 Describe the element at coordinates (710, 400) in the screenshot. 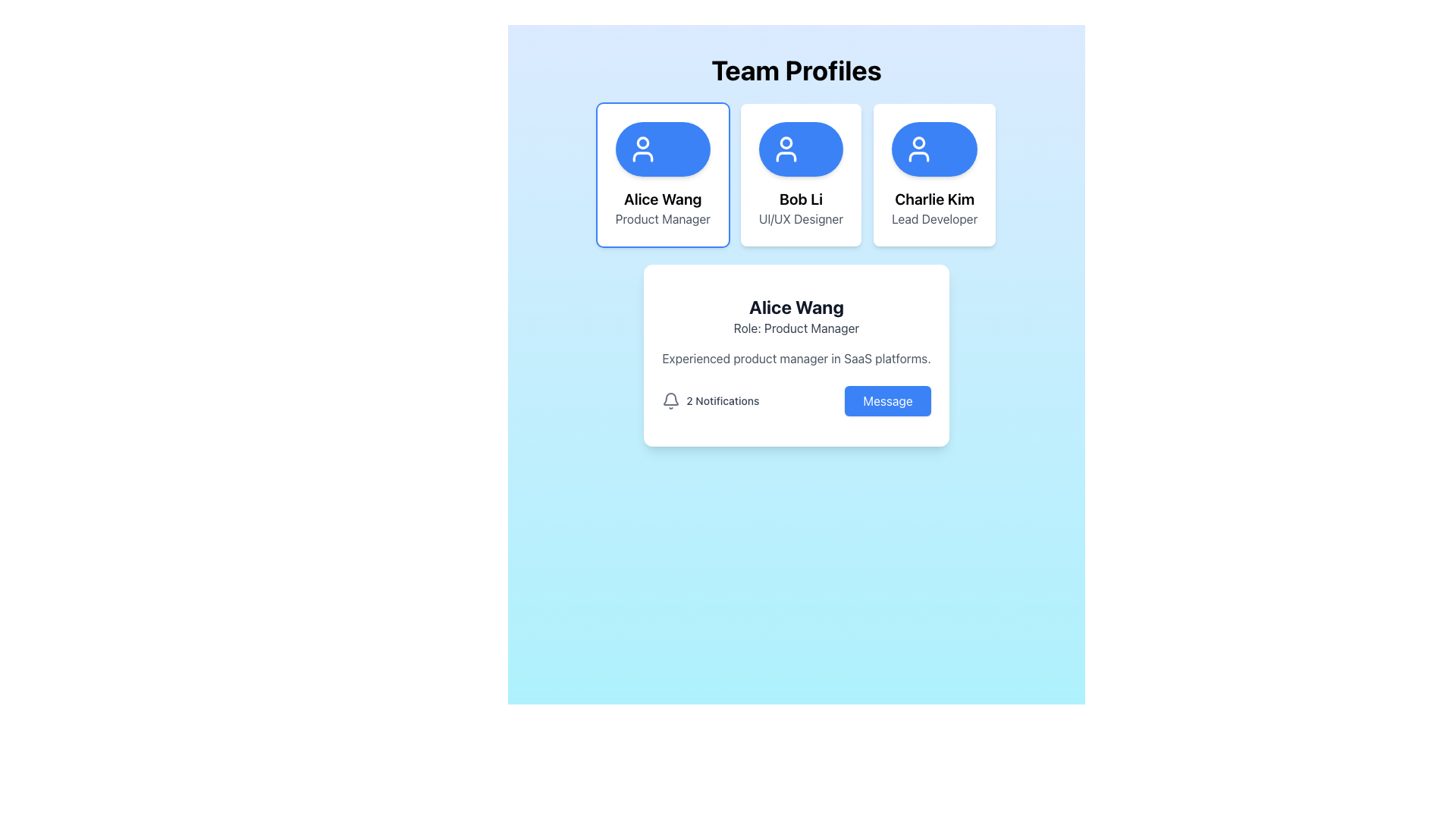

I see `the Notification indicator with combined icon and text located in the bottom left section of the profile details card` at that location.